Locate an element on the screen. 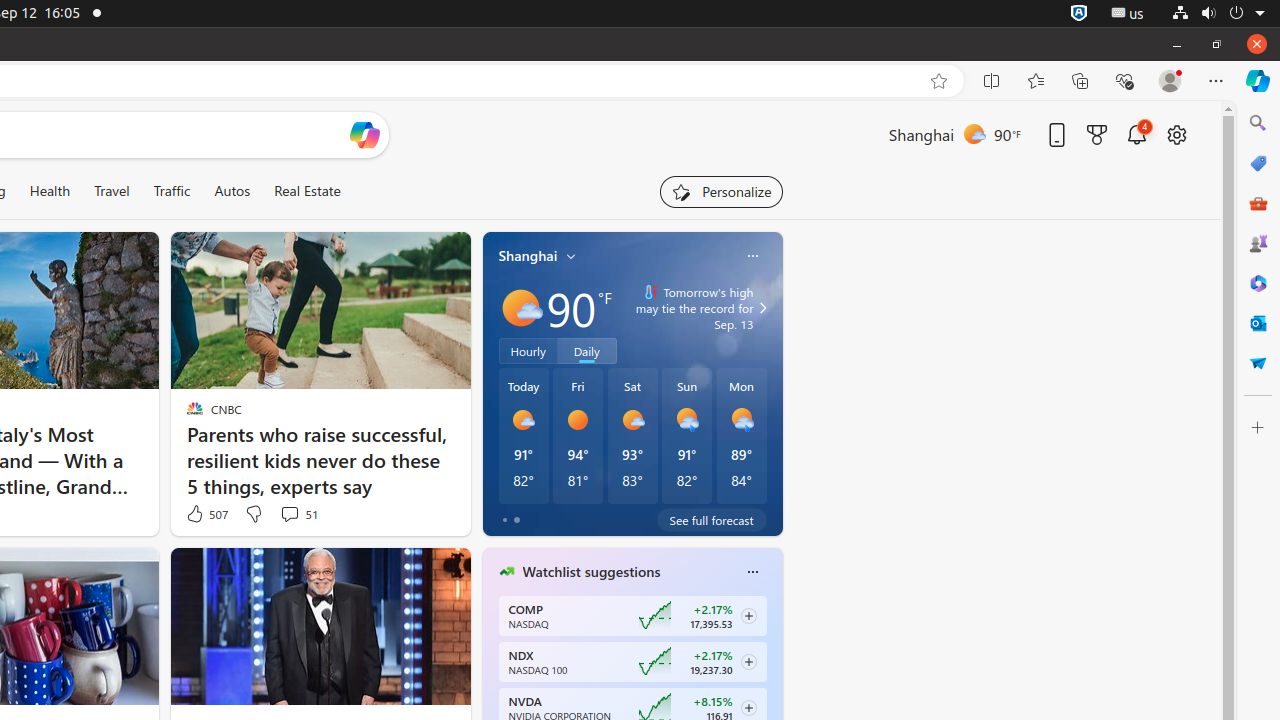 The height and width of the screenshot is (720, 1280). 'Real Estate' is located at coordinates (306, 191).